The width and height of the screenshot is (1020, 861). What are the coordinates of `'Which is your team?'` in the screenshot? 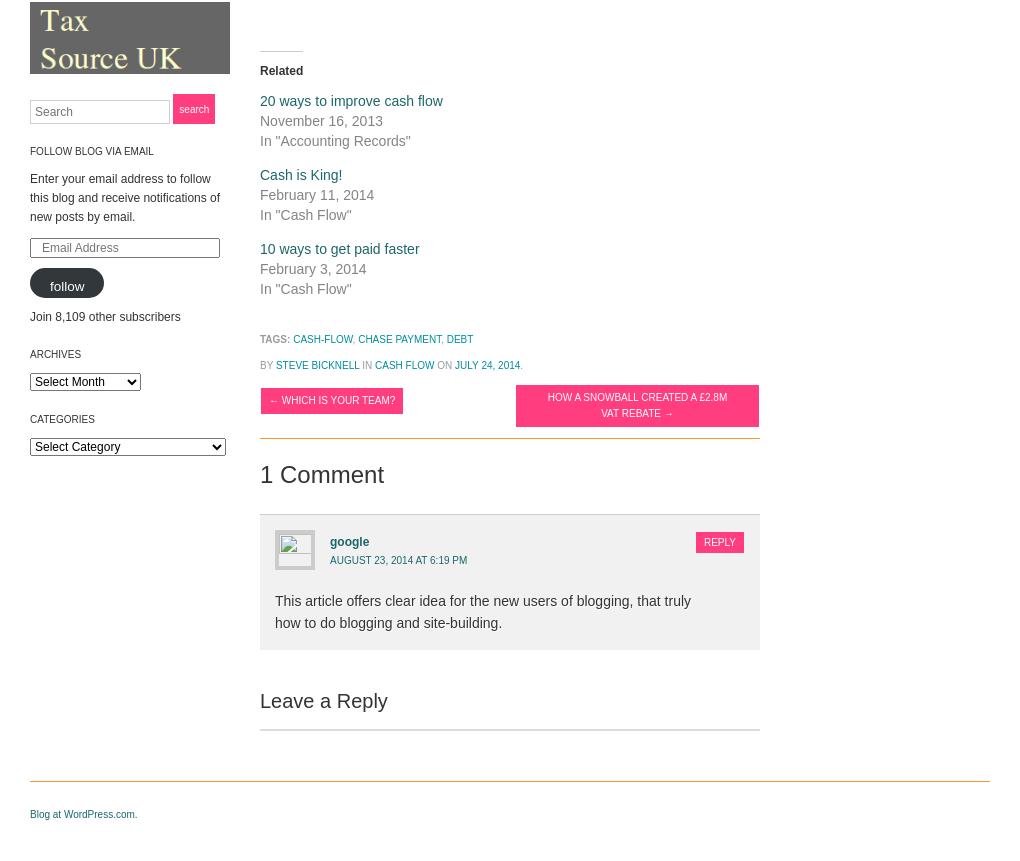 It's located at (337, 400).